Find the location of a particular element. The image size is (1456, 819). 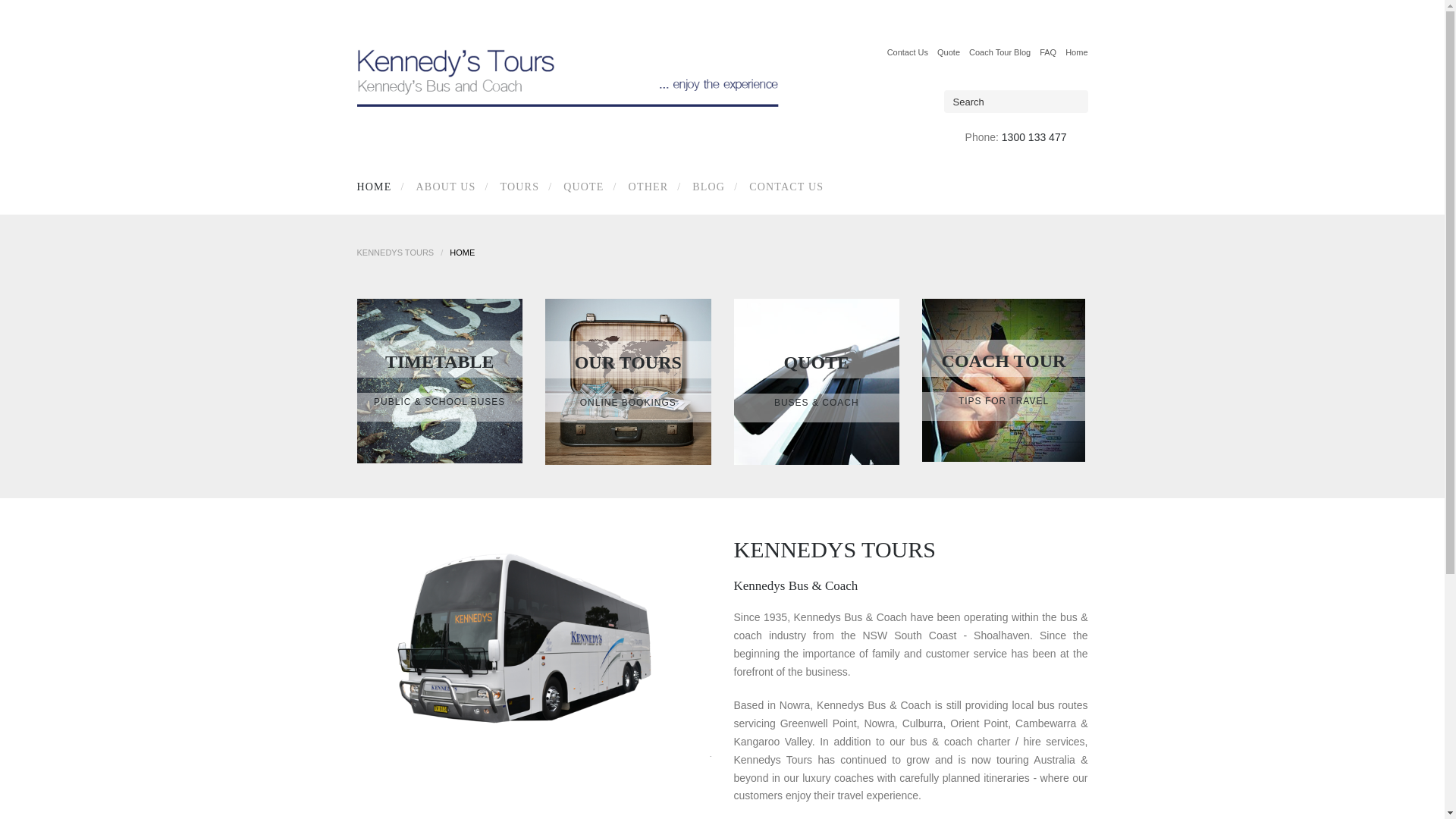

'Quote' is located at coordinates (937, 52).